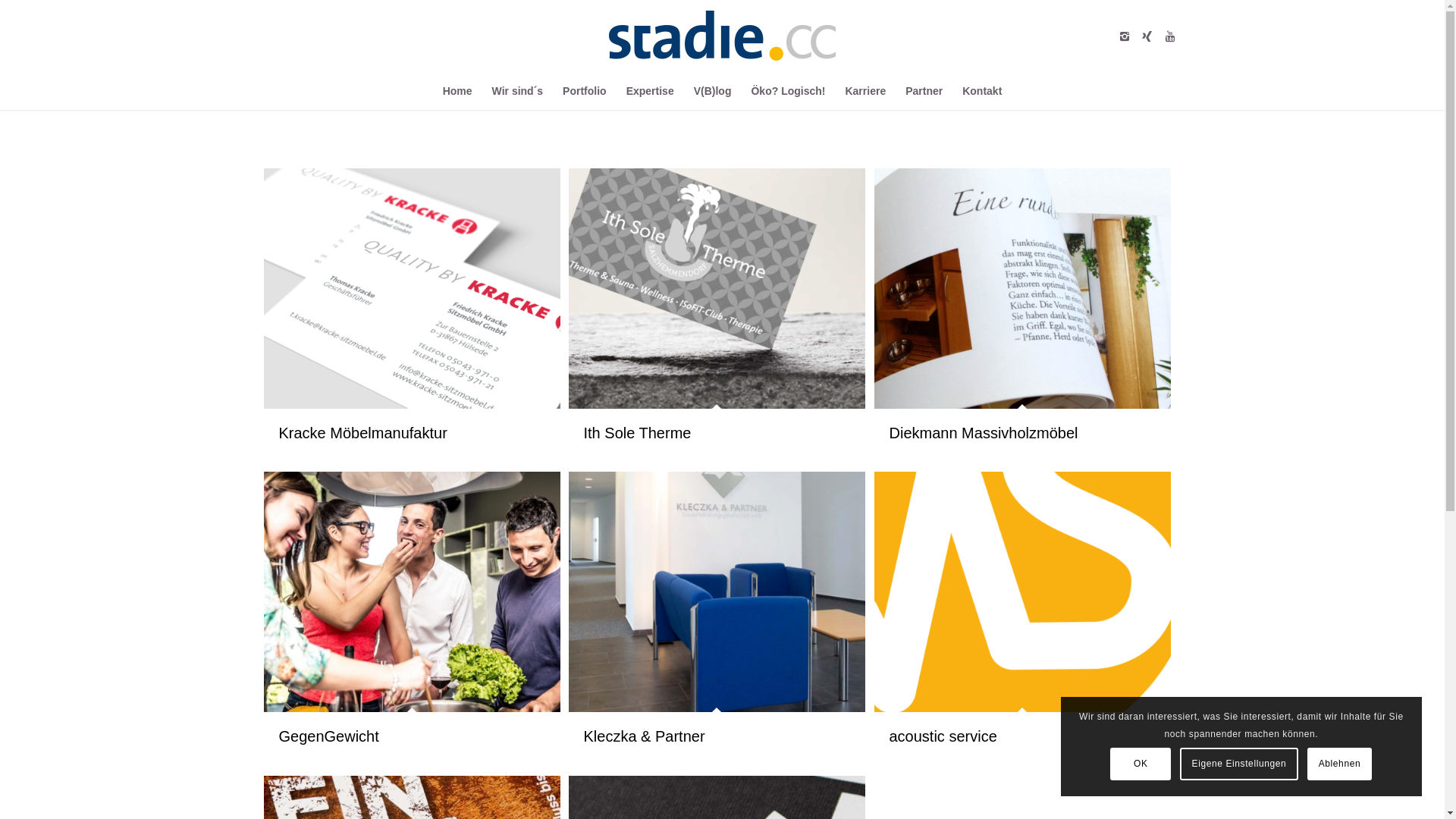 The width and height of the screenshot is (1456, 819). Describe the element at coordinates (1157, 34) in the screenshot. I see `'Youtube'` at that location.